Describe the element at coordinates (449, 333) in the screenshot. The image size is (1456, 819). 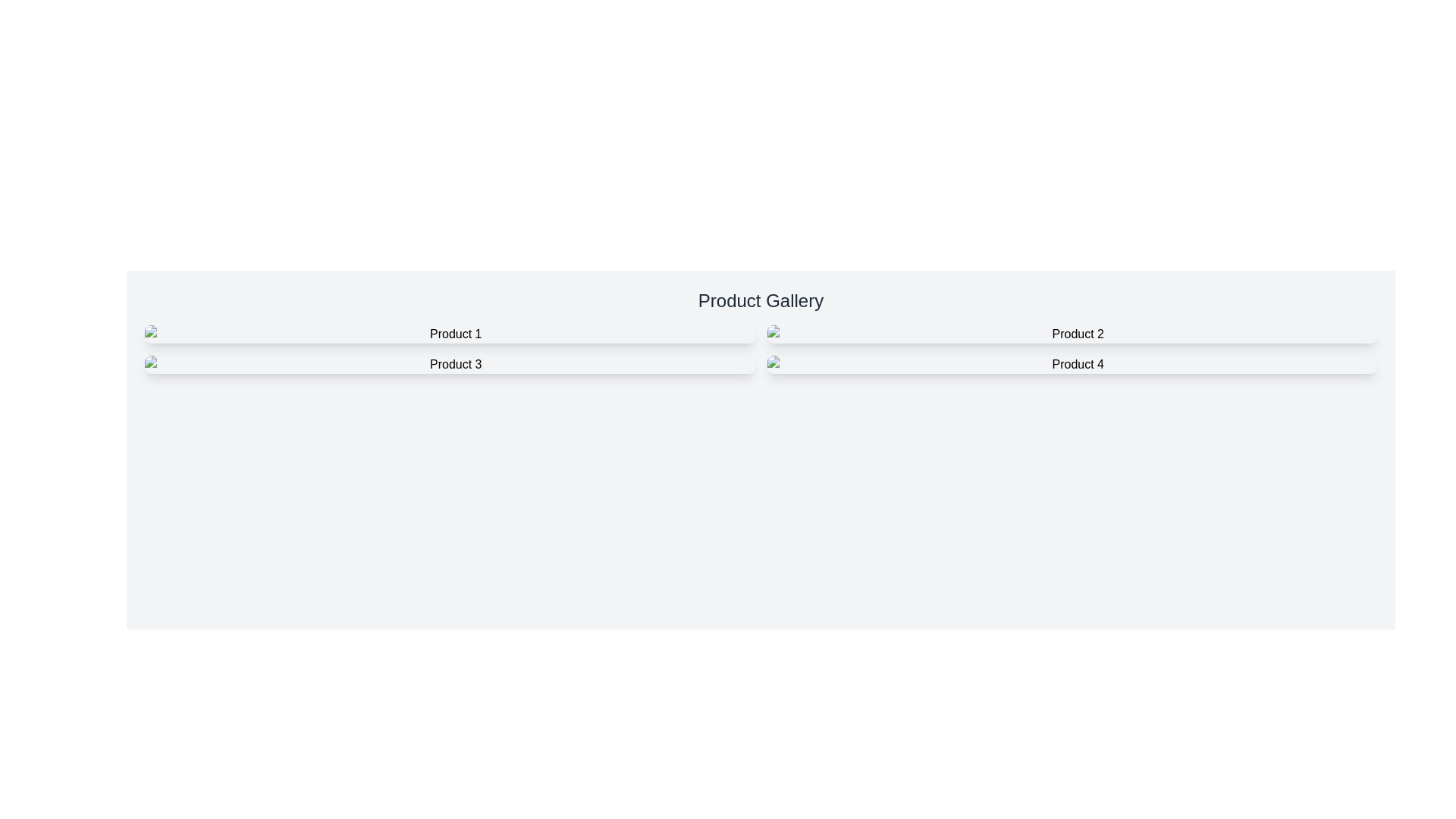
I see `the first selectable product card in the product gallery to view the product details` at that location.